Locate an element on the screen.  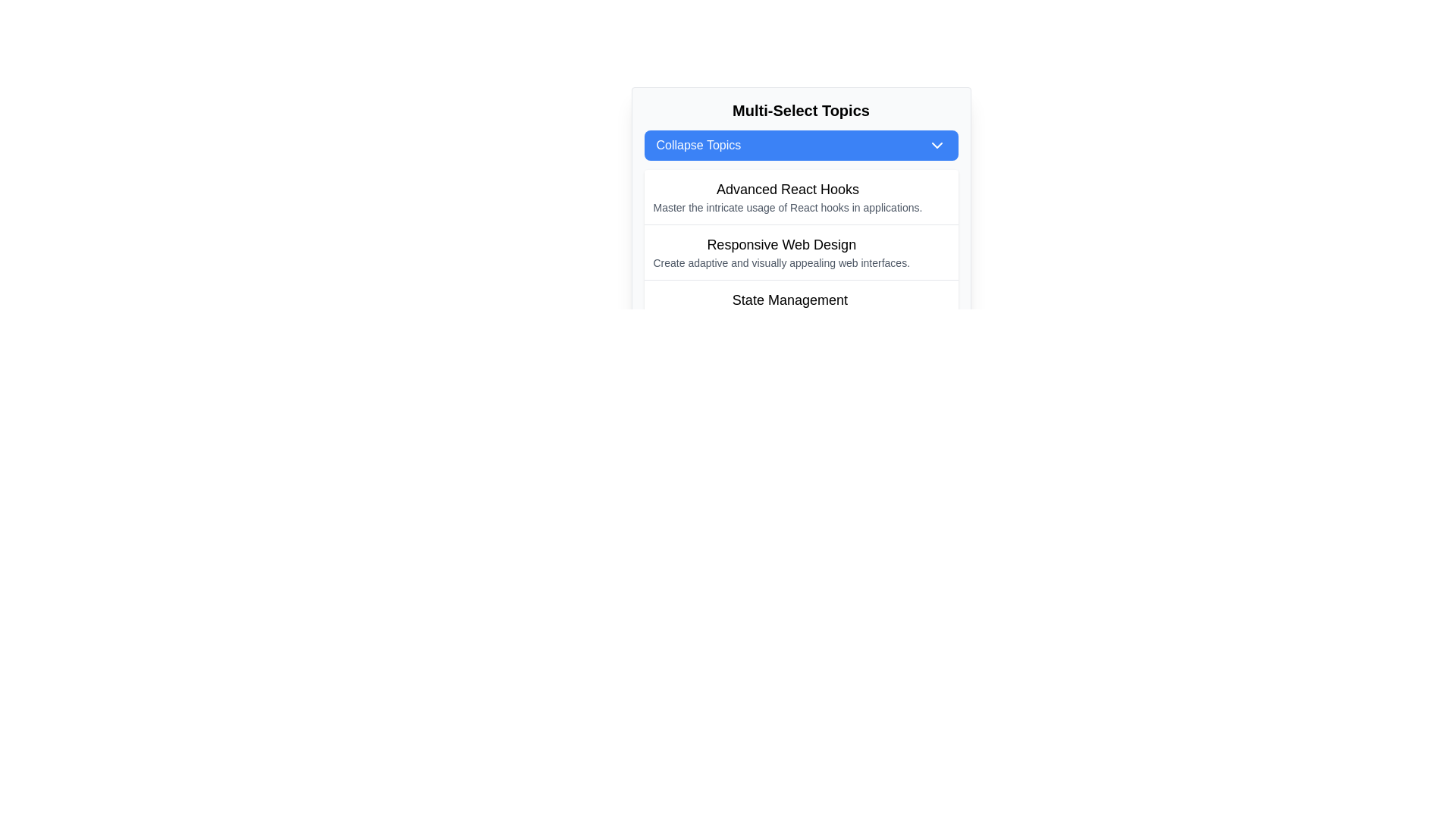
the 'State Management' textual content section within the card component to interact with it is located at coordinates (789, 307).